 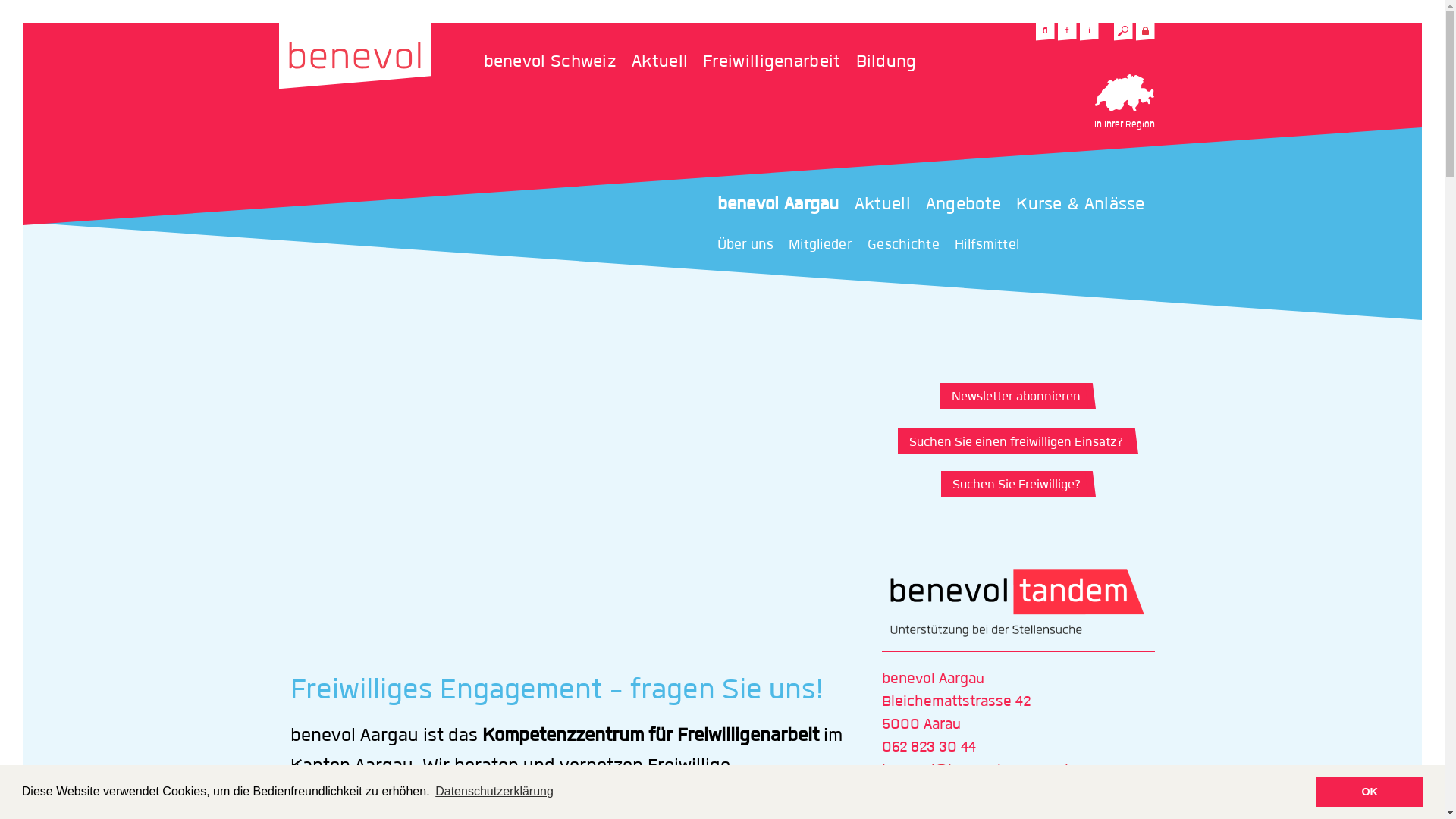 I want to click on 'Hilfsmittel', so click(x=994, y=244).